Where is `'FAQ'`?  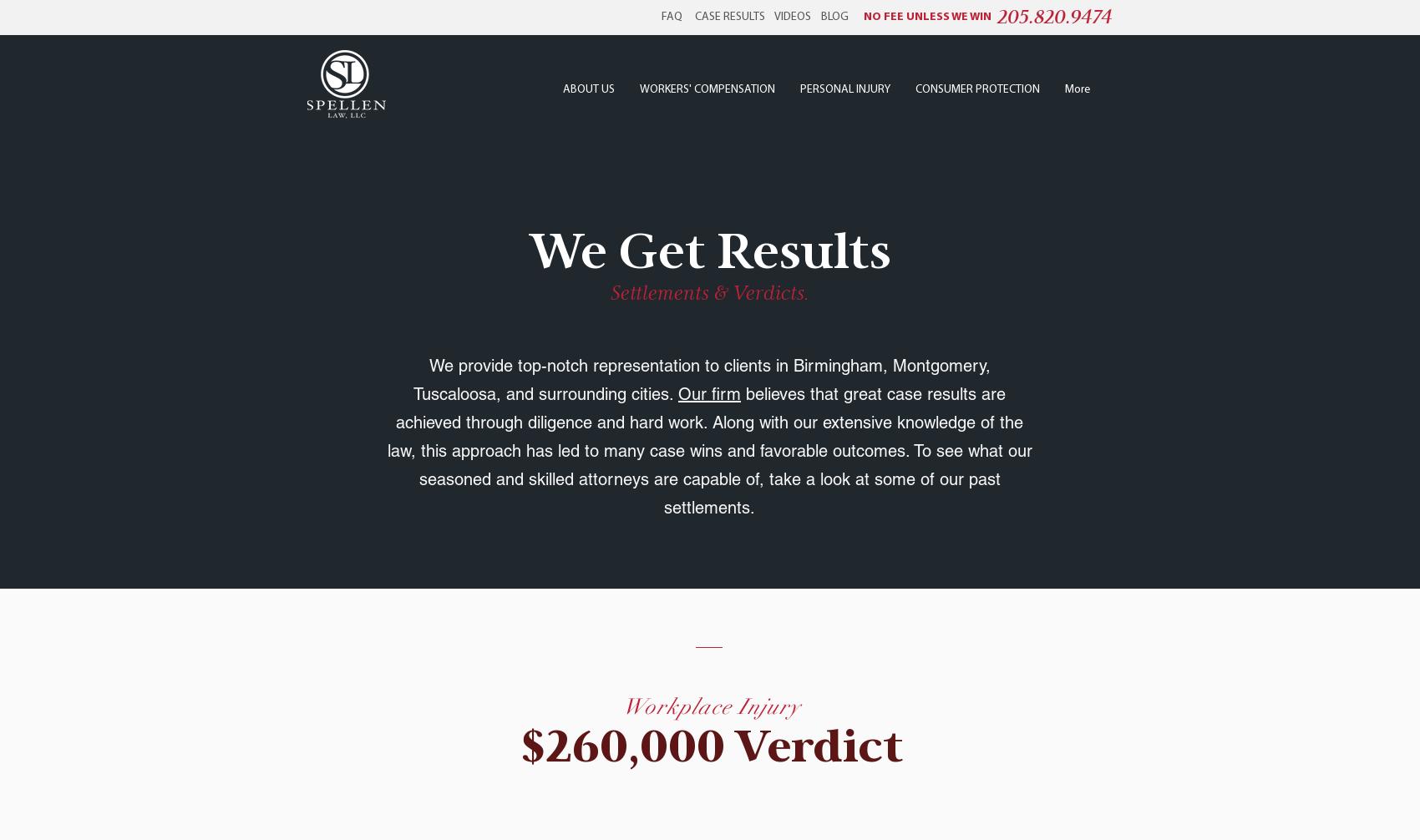
'FAQ' is located at coordinates (661, 17).